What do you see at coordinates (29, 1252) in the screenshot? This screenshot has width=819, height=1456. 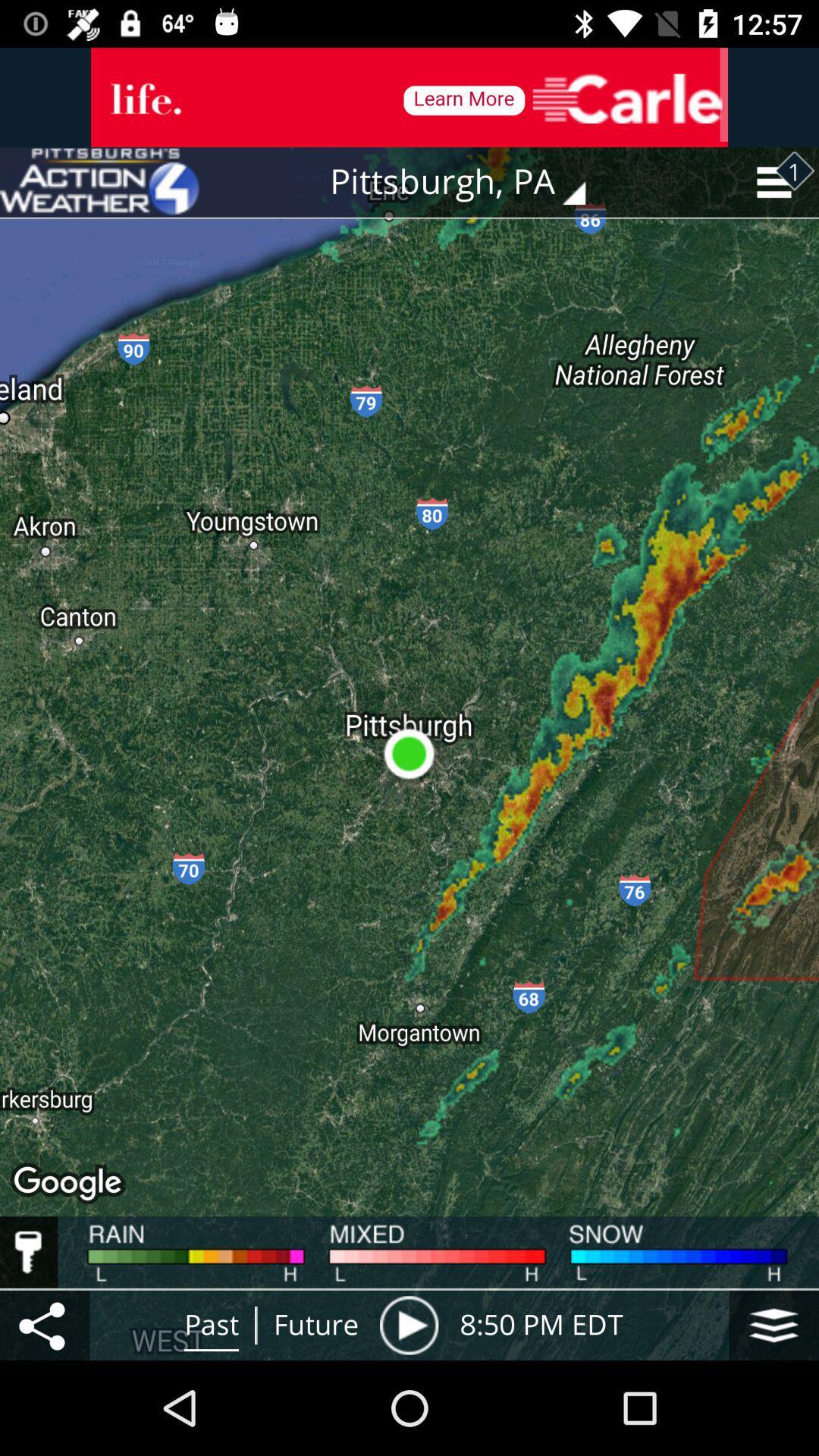 I see `access password` at bounding box center [29, 1252].